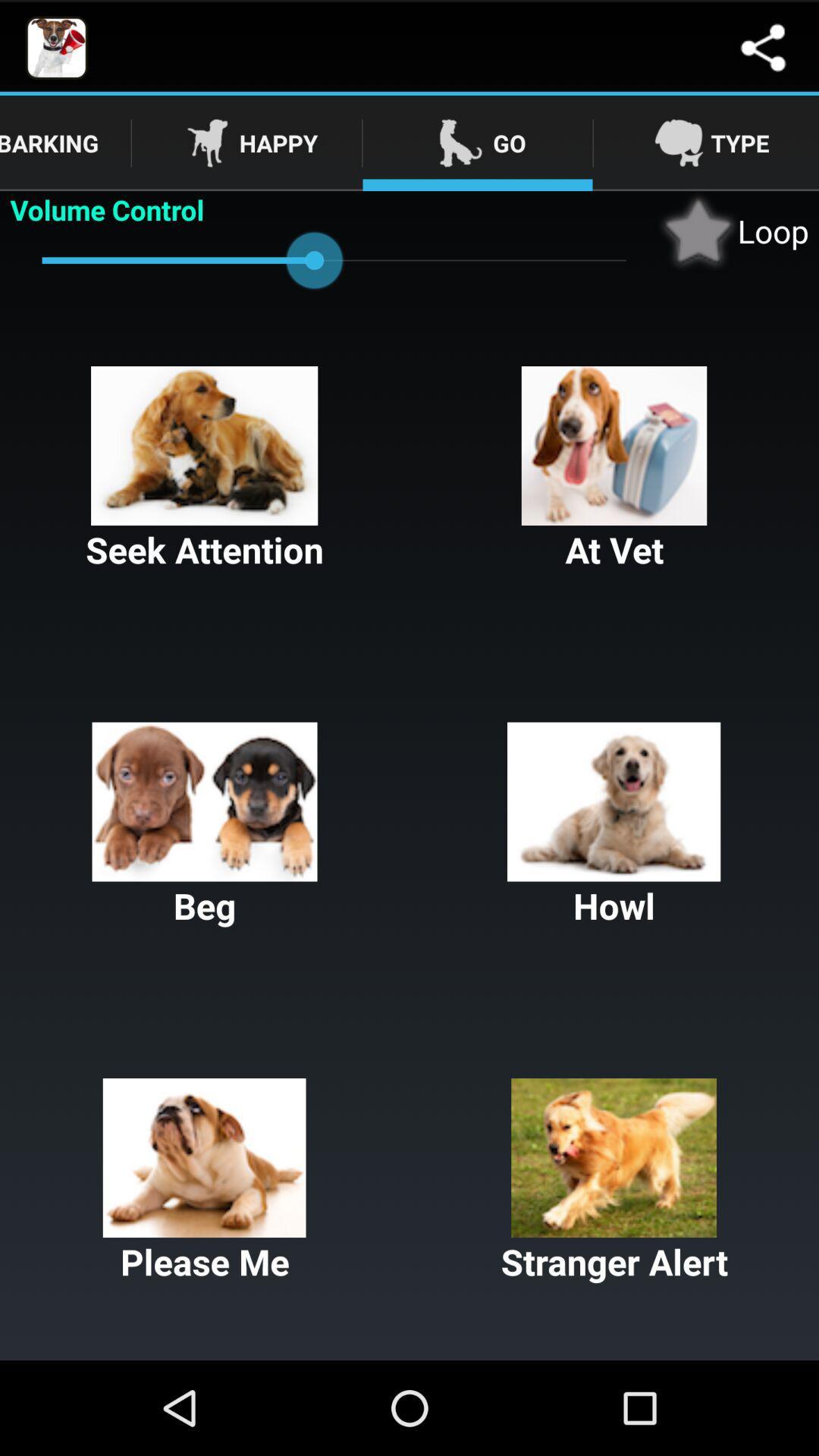  What do you see at coordinates (205, 825) in the screenshot?
I see `the beg` at bounding box center [205, 825].